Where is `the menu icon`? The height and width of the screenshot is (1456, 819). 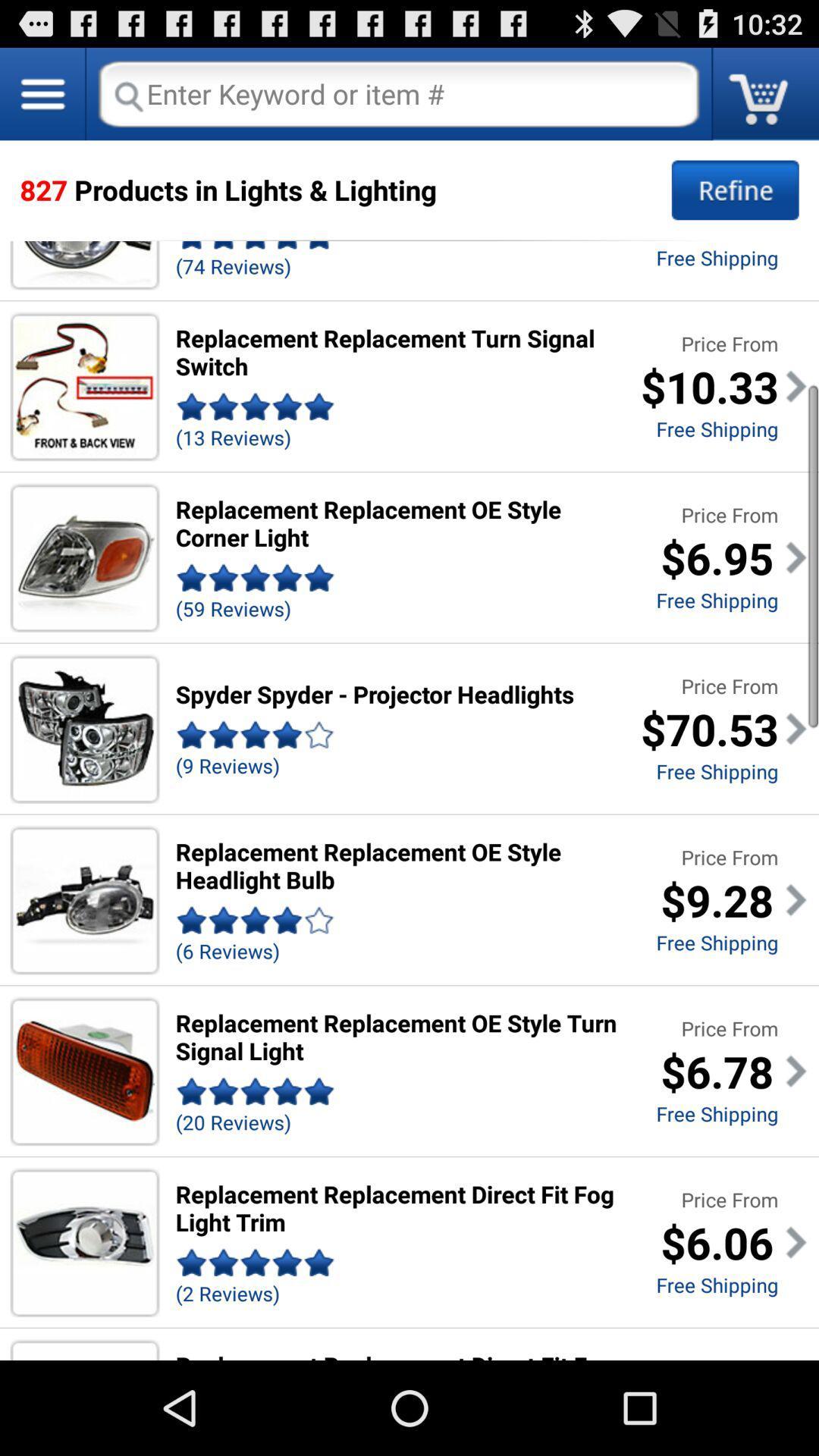
the menu icon is located at coordinates (42, 99).